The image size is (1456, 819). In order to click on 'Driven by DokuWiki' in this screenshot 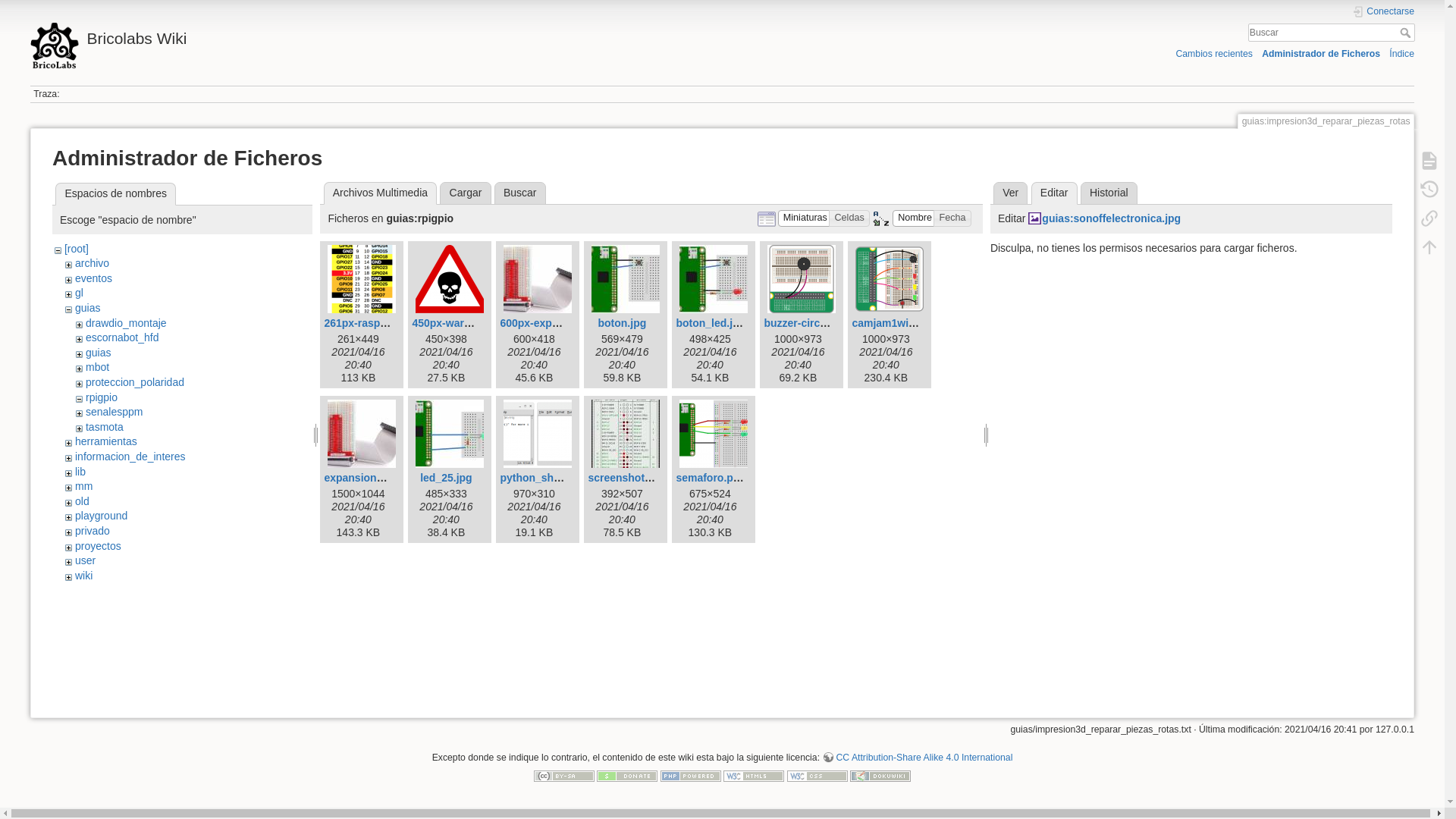, I will do `click(880, 775)`.